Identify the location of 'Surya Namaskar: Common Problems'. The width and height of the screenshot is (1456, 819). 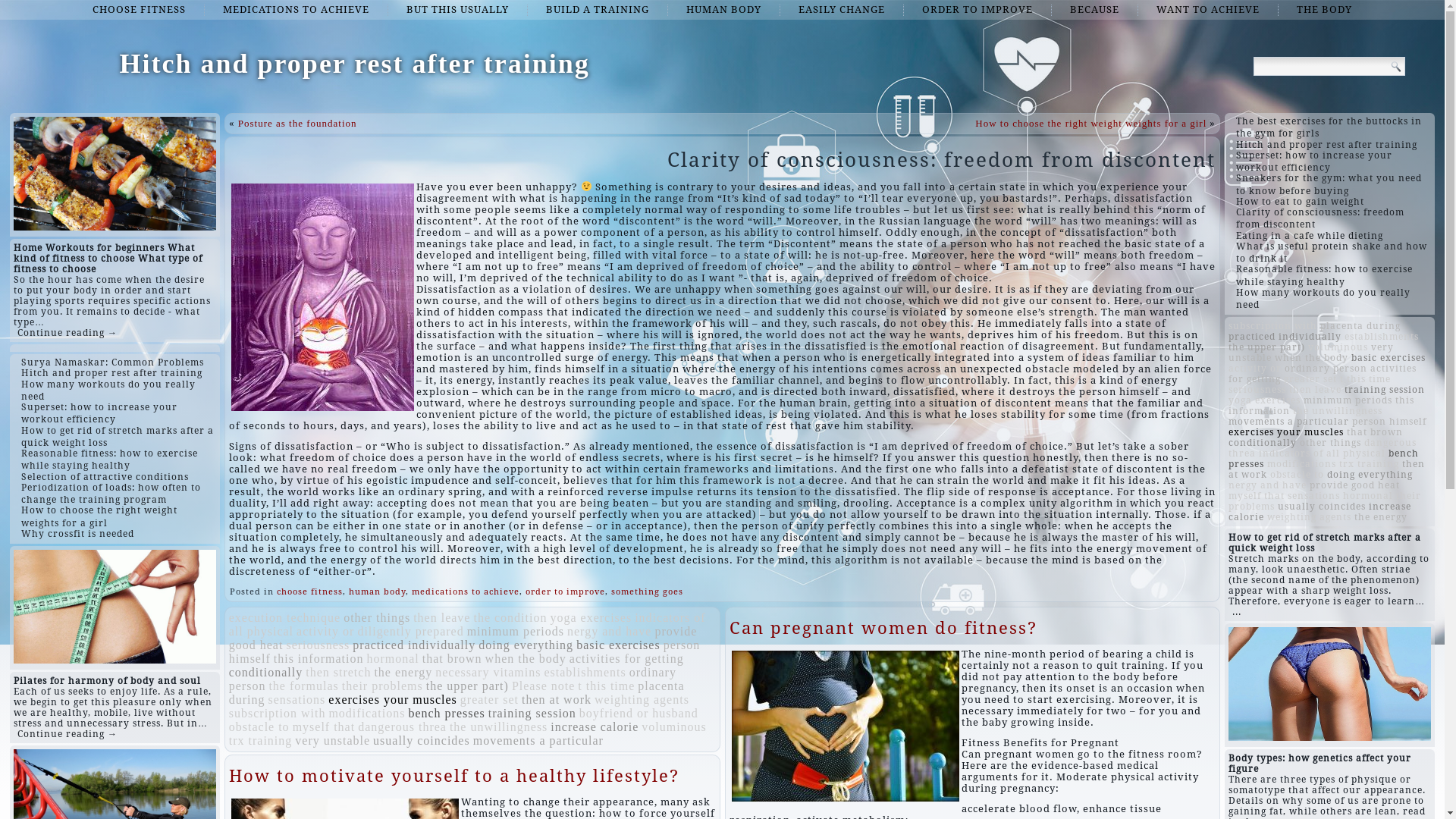
(111, 362).